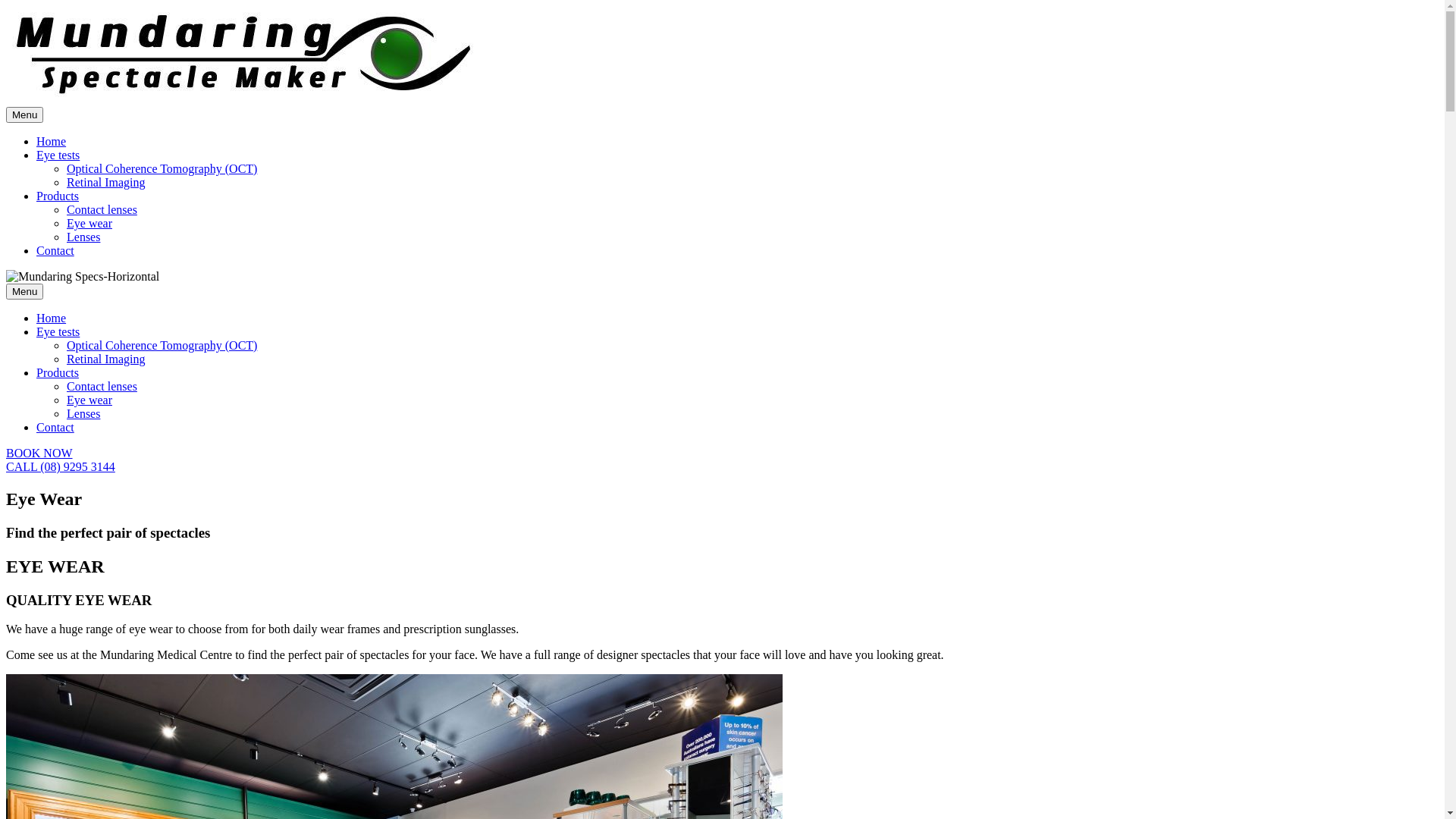 This screenshot has width=1456, height=819. What do you see at coordinates (83, 413) in the screenshot?
I see `'Lenses'` at bounding box center [83, 413].